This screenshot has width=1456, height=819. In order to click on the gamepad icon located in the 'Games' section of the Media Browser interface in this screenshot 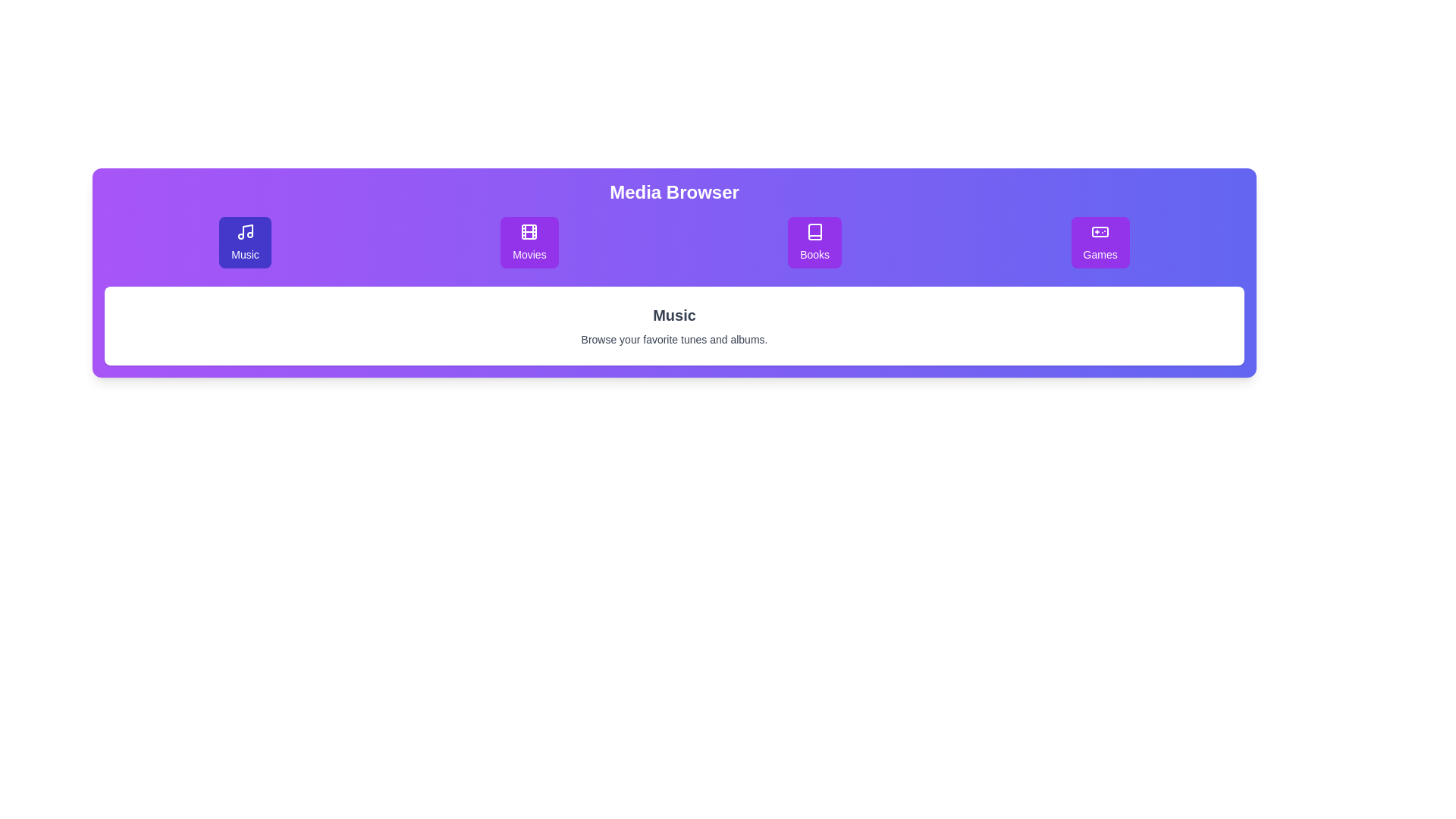, I will do `click(1100, 231)`.